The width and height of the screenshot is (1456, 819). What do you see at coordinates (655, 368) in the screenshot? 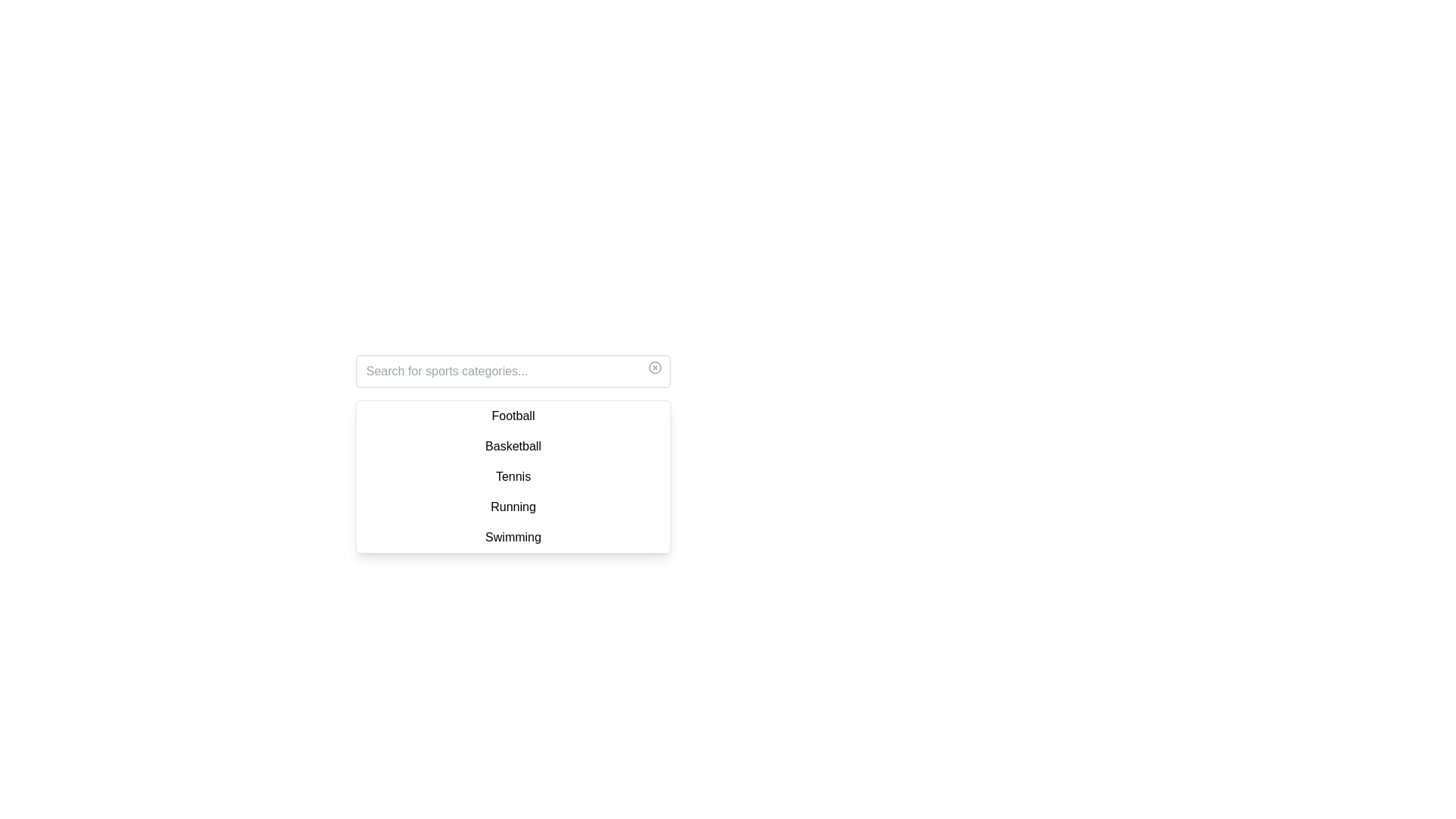
I see `the reset icon button located at the top-right corner of the search input field to clear the entered text` at bounding box center [655, 368].